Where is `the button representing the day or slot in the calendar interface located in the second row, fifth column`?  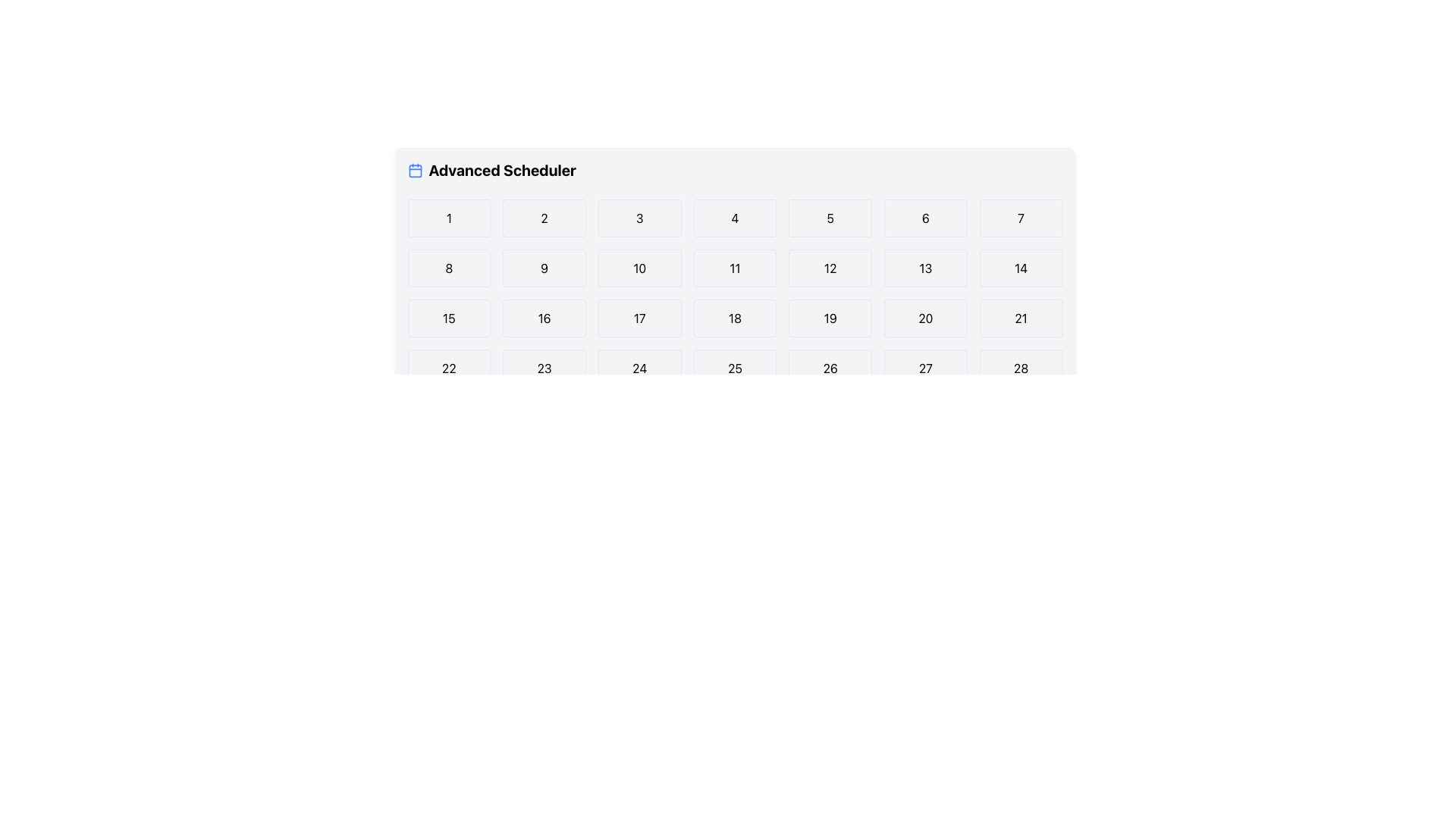 the button representing the day or slot in the calendar interface located in the second row, fifth column is located at coordinates (830, 268).